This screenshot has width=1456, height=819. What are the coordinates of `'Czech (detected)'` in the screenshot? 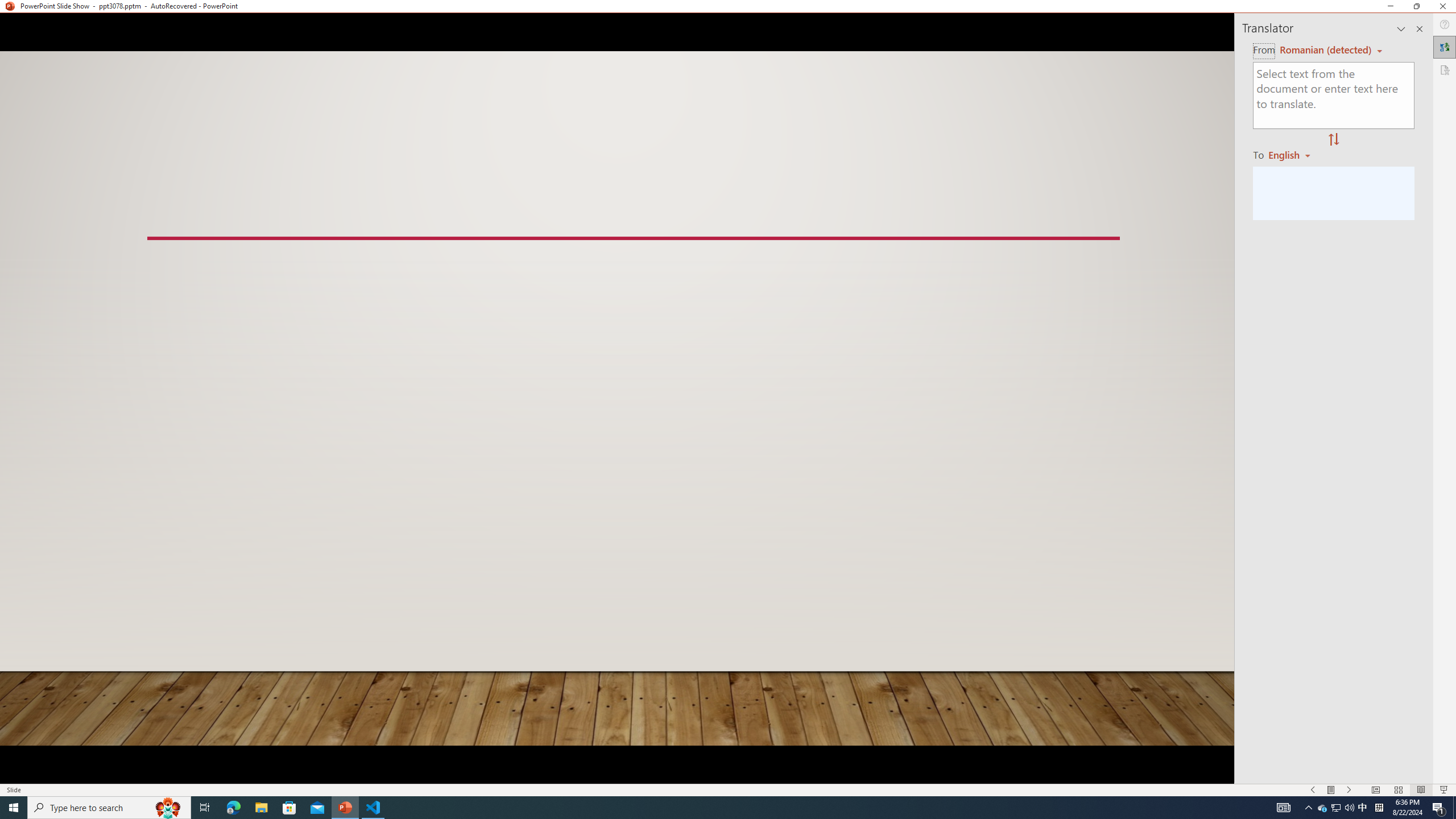 It's located at (1323, 50).